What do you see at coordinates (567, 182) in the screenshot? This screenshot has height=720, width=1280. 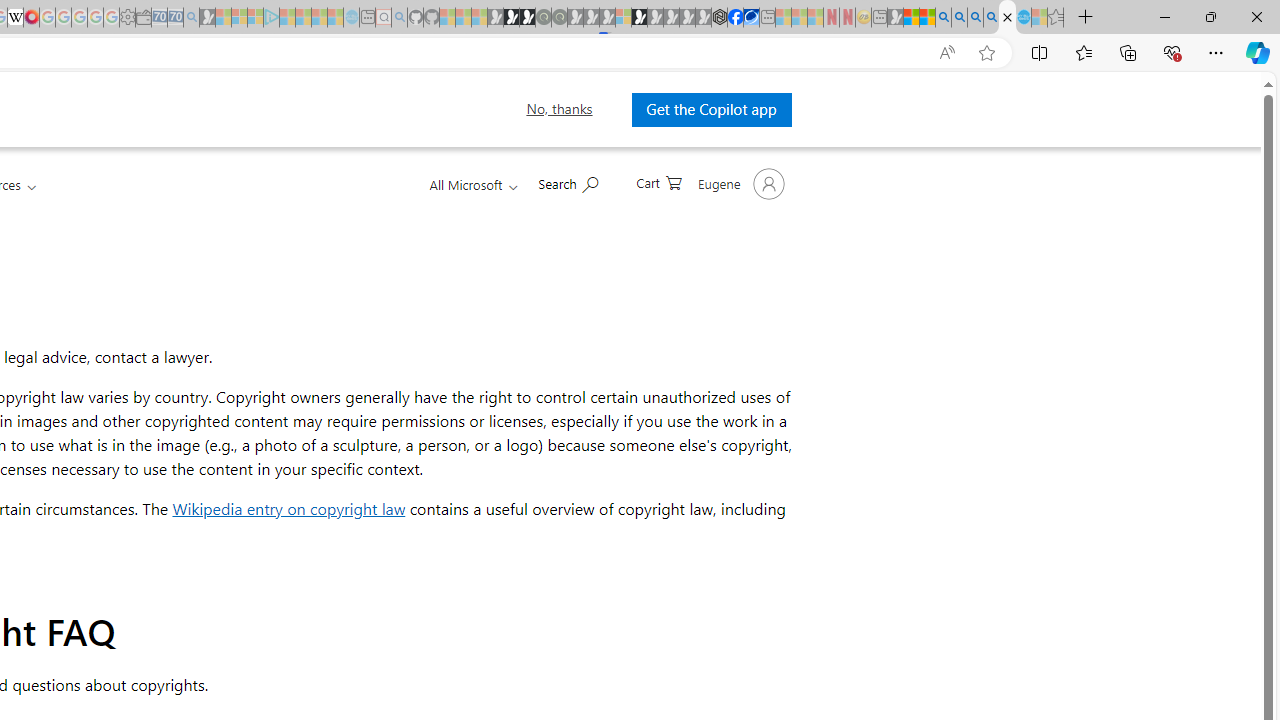 I see `'Search Microsoft Legal Resources'` at bounding box center [567, 182].